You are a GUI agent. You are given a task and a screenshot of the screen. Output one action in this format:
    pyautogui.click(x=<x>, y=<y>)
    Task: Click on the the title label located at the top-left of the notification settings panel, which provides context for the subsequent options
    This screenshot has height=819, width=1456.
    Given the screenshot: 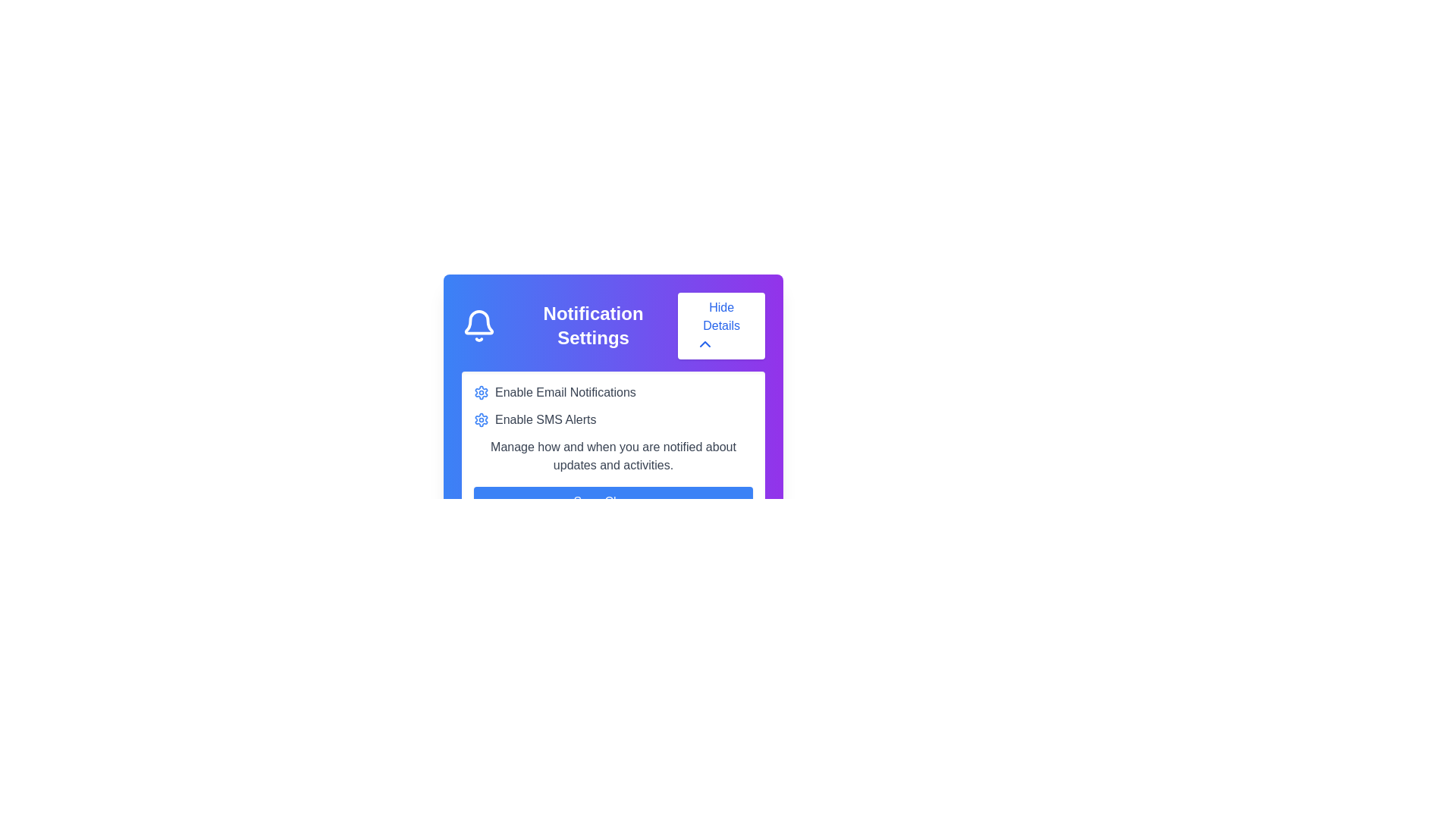 What is the action you would take?
    pyautogui.click(x=569, y=325)
    